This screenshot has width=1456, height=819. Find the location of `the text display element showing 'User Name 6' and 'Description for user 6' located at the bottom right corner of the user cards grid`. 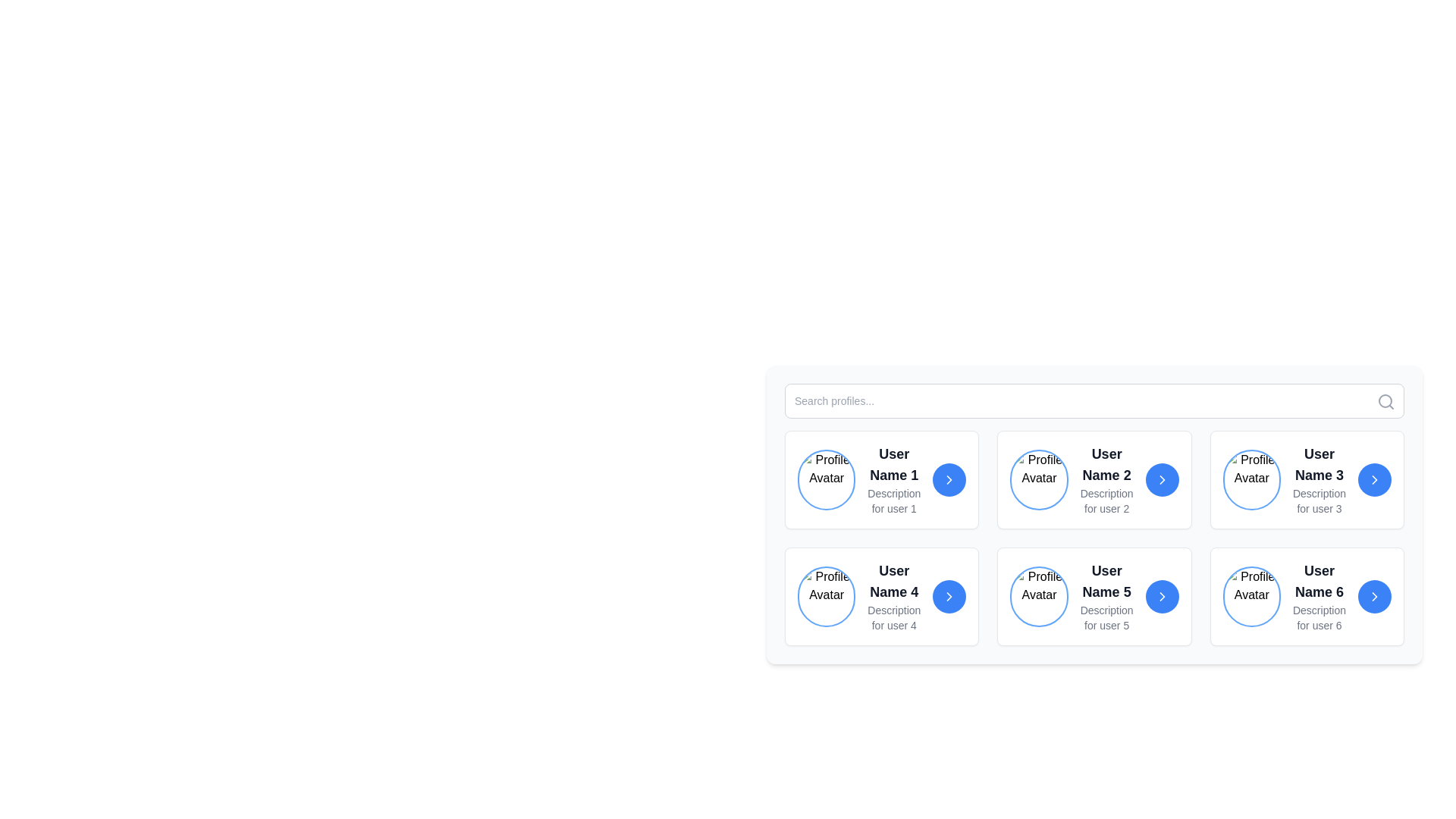

the text display element showing 'User Name 6' and 'Description for user 6' located at the bottom right corner of the user cards grid is located at coordinates (1318, 595).